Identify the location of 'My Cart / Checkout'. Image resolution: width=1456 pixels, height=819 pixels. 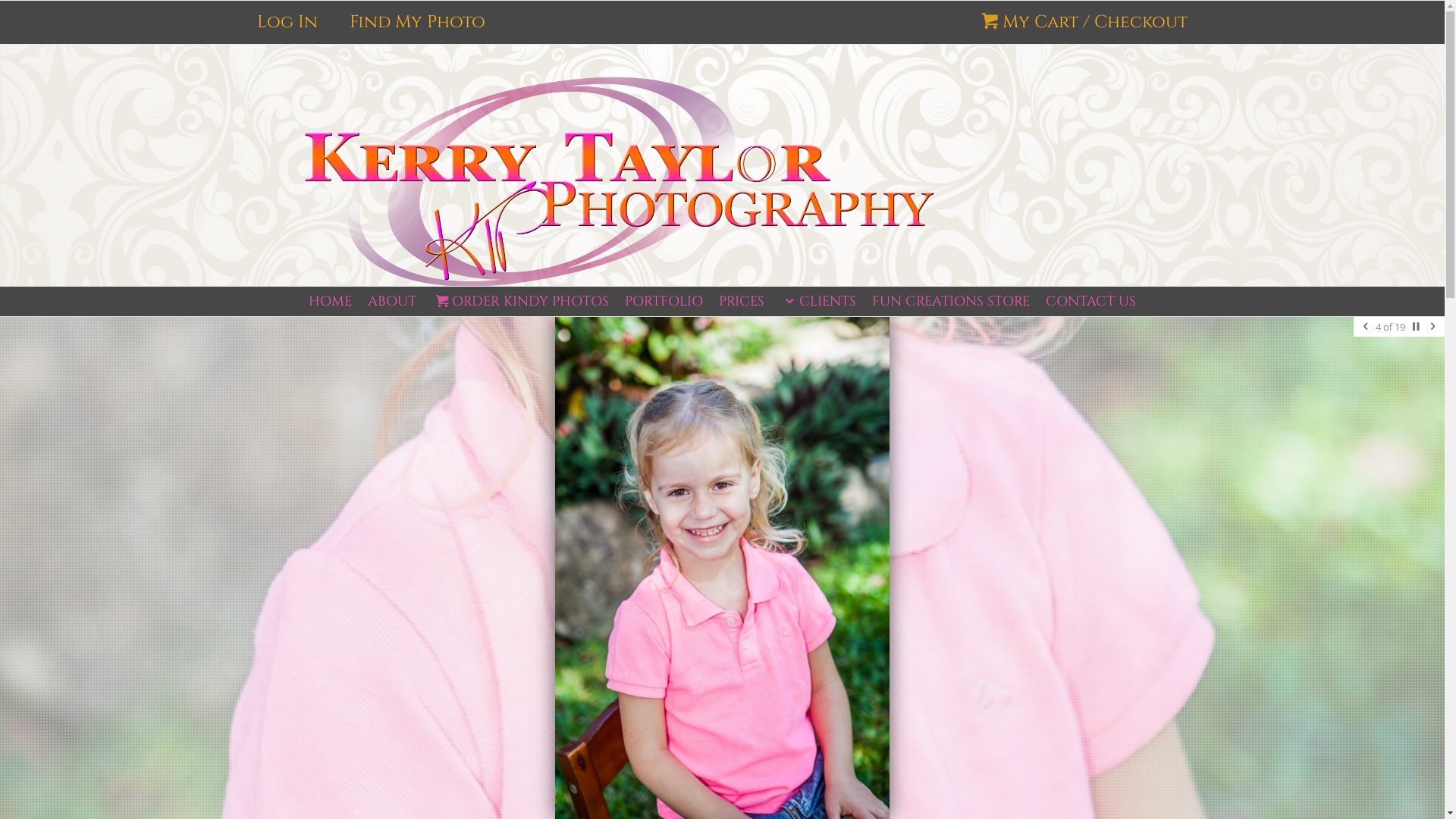
(1082, 22).